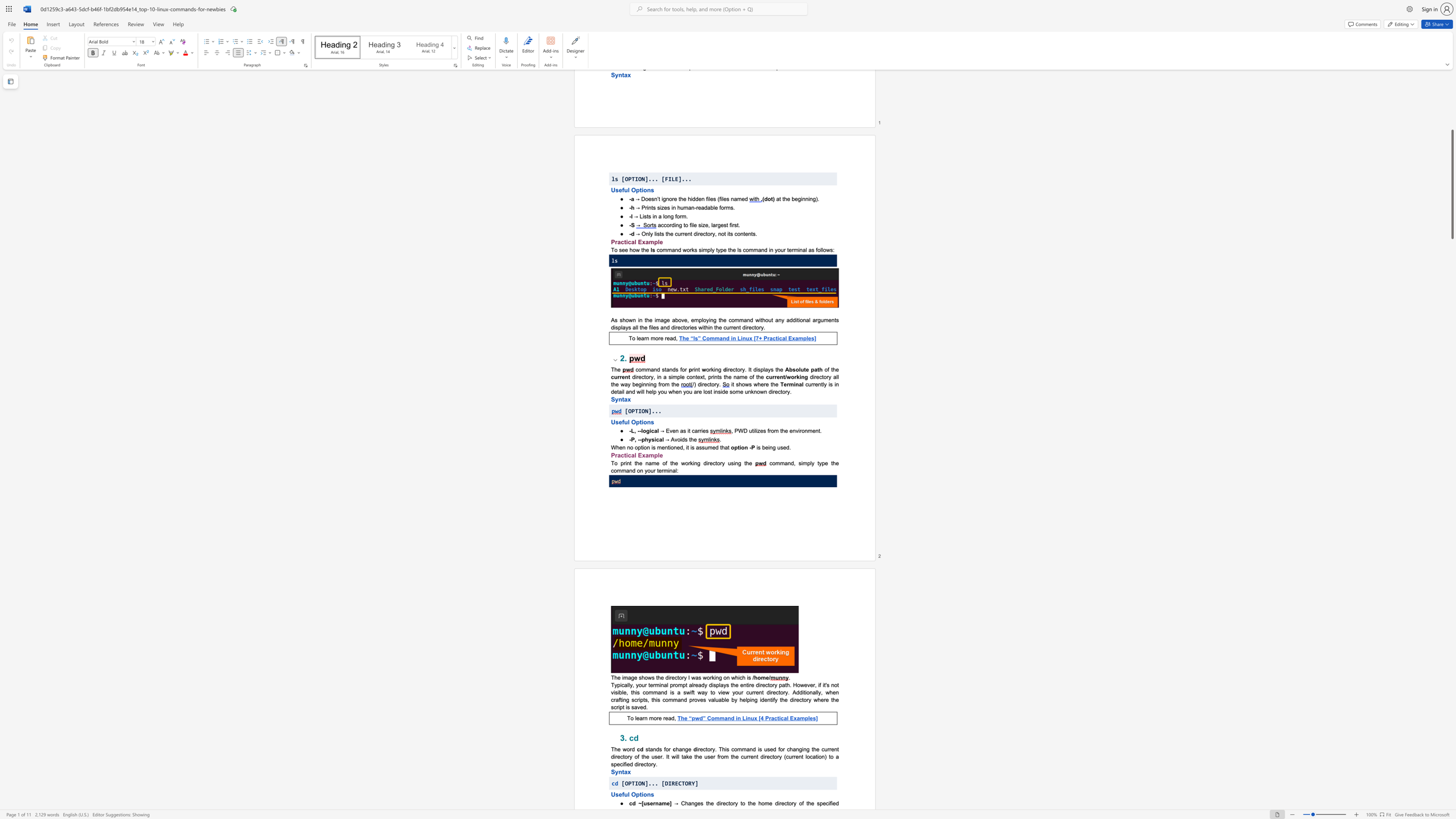 The height and width of the screenshot is (819, 1456). Describe the element at coordinates (626, 455) in the screenshot. I see `the 1th character "i" in the text` at that location.